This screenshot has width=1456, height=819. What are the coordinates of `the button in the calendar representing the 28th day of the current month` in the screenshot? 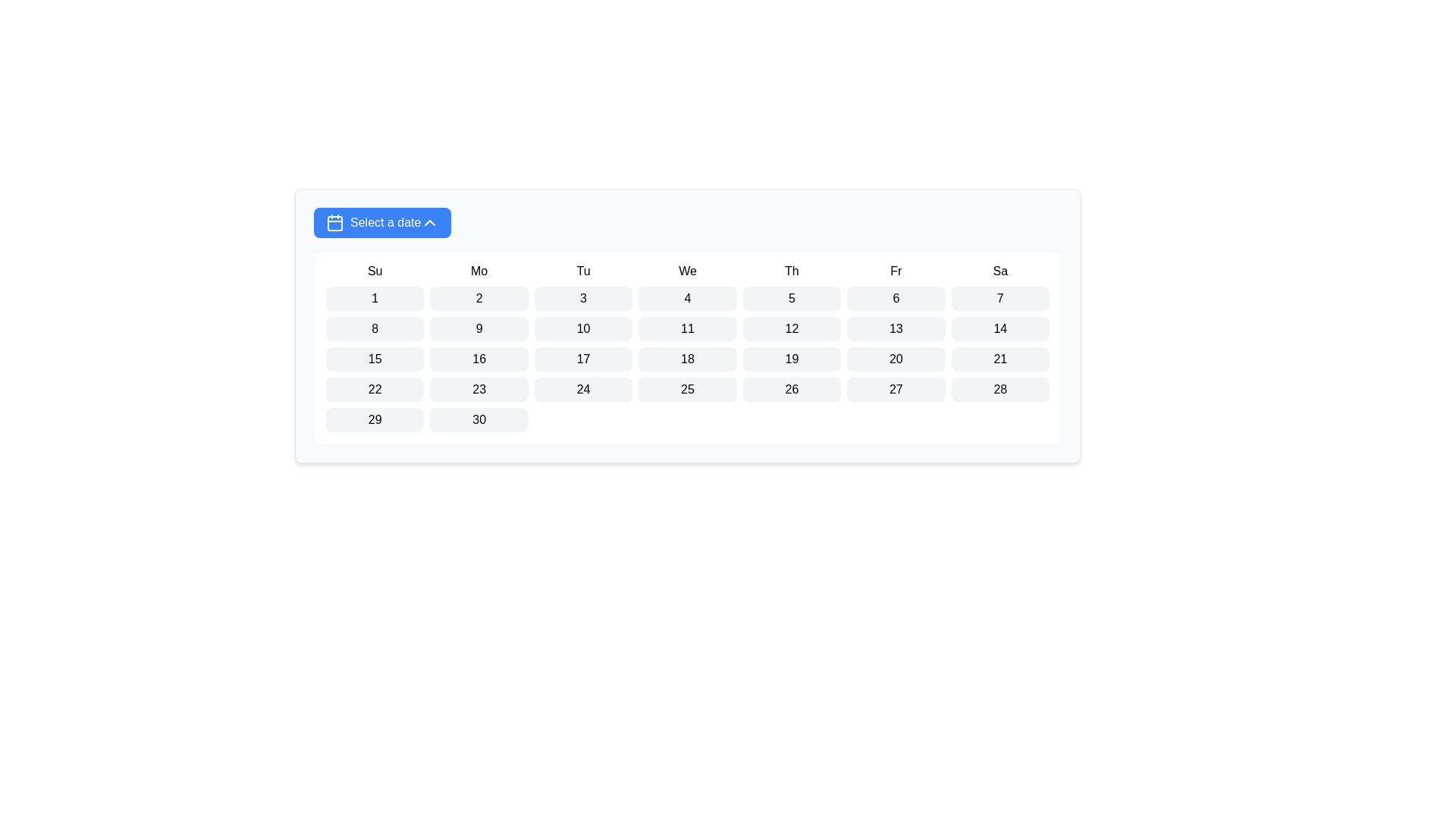 It's located at (1000, 388).